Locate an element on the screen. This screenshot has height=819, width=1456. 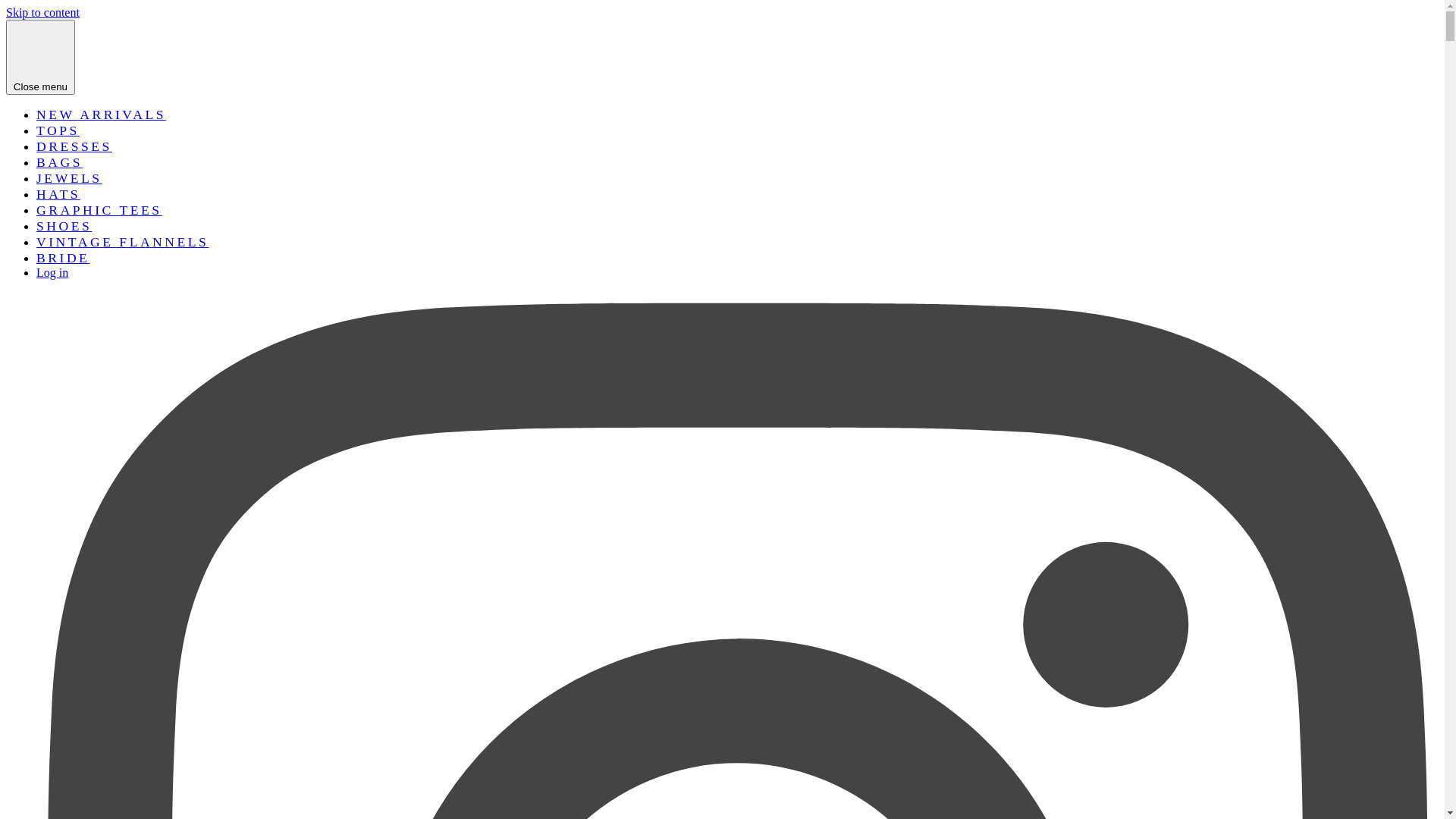
'NEW ARRIVALS' is located at coordinates (100, 113).